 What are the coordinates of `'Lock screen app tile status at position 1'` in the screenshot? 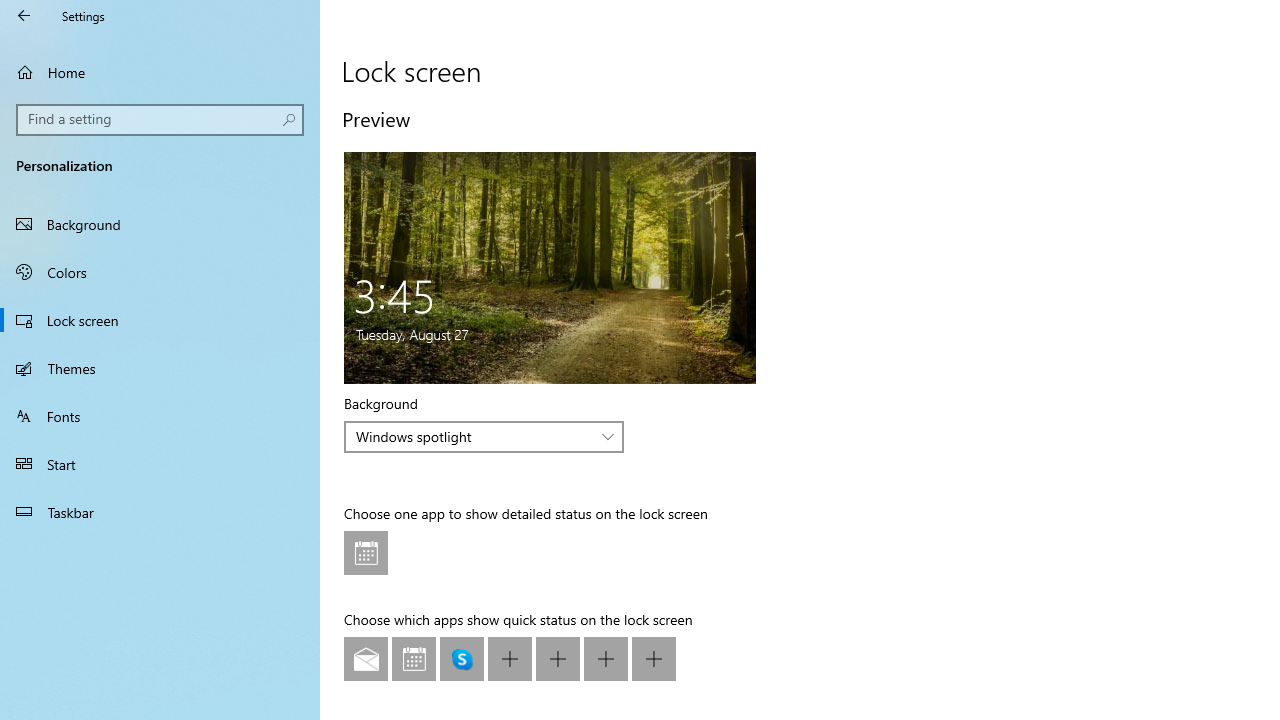 It's located at (366, 553).